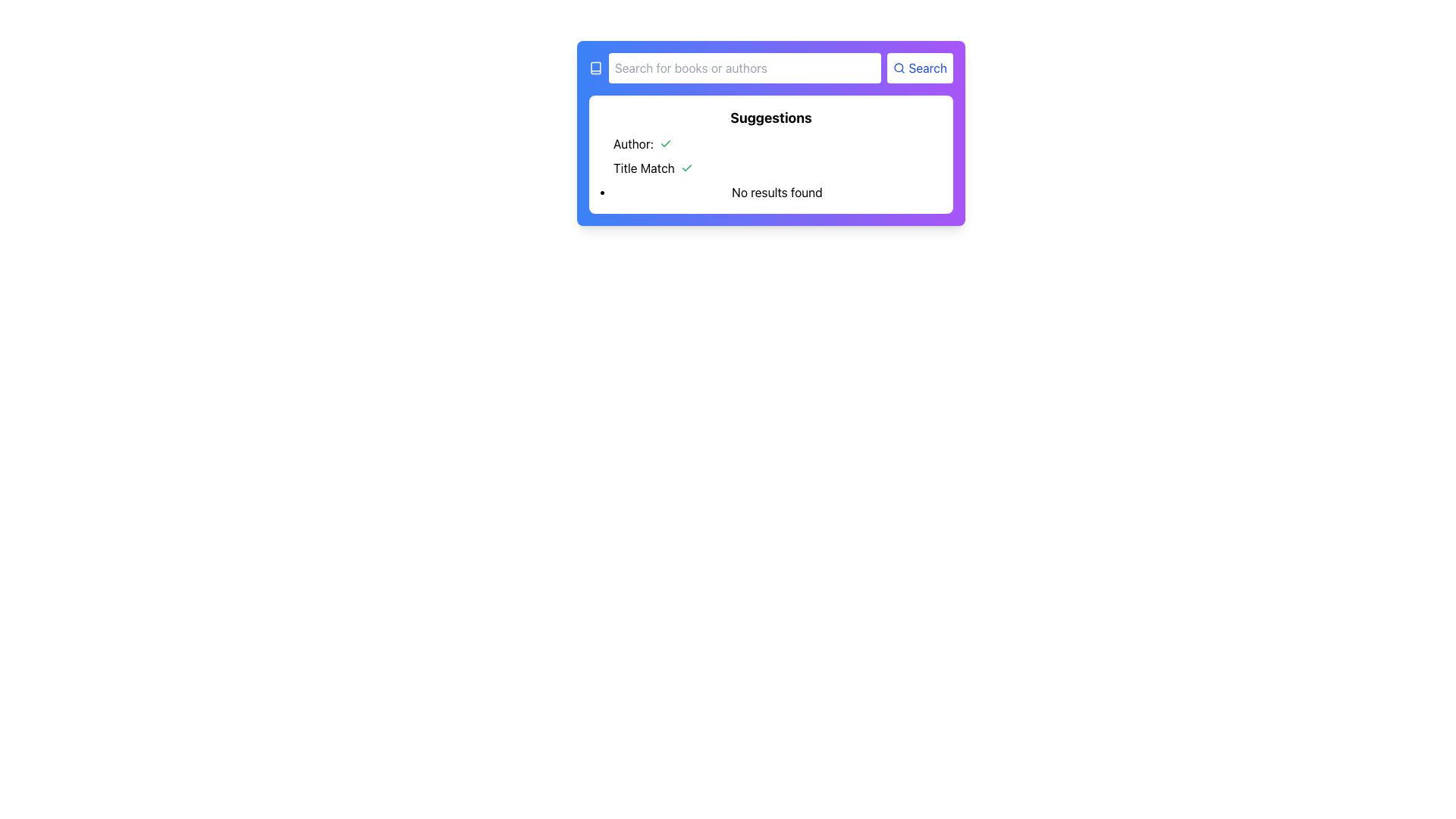 This screenshot has height=819, width=1456. I want to click on the circular icon representing the lens of the magnifying glass in the top search bar, located at the rightmost section, so click(899, 67).